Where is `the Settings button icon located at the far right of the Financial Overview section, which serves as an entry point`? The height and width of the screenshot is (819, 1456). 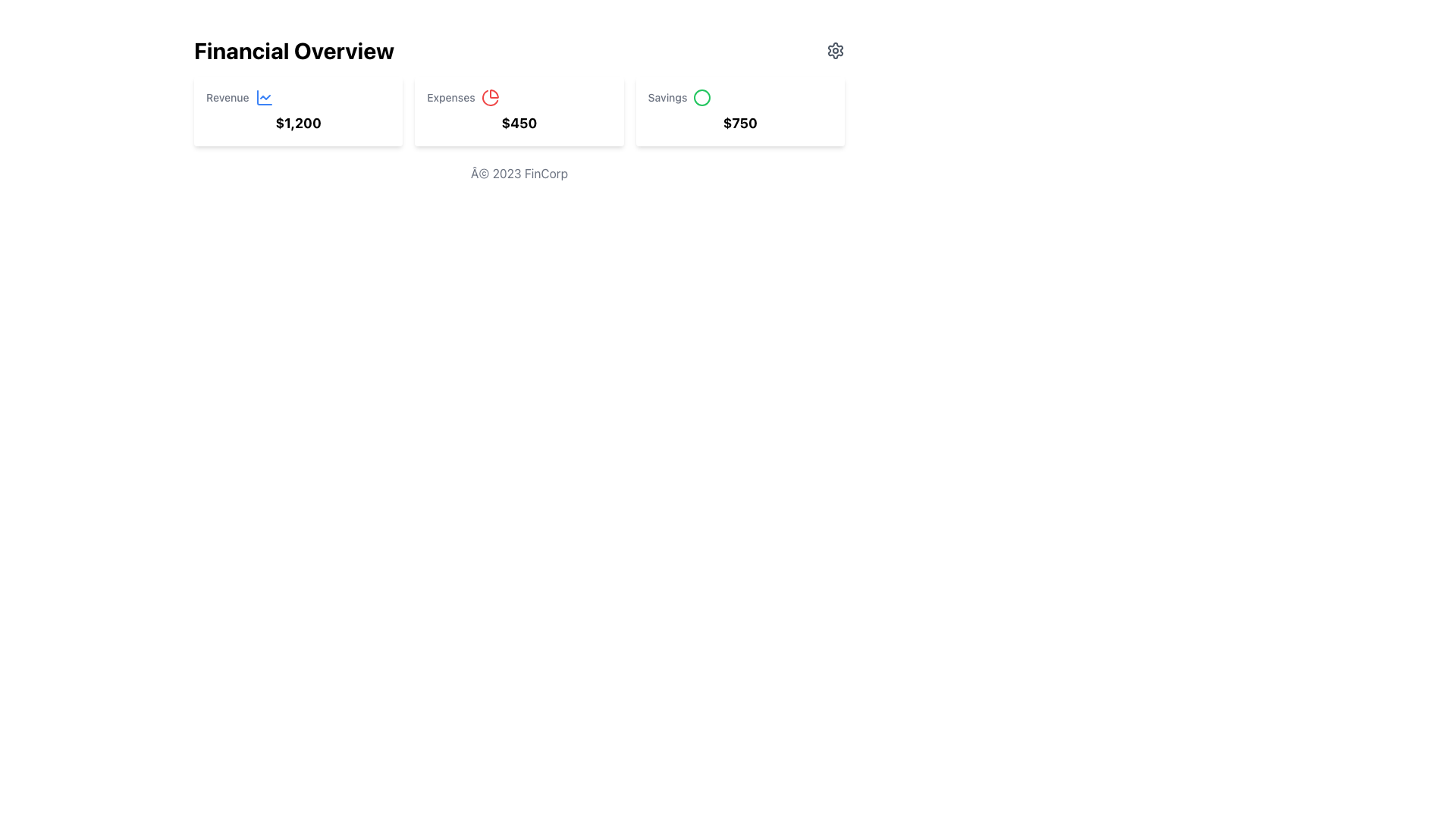
the Settings button icon located at the far right of the Financial Overview section, which serves as an entry point is located at coordinates (835, 49).